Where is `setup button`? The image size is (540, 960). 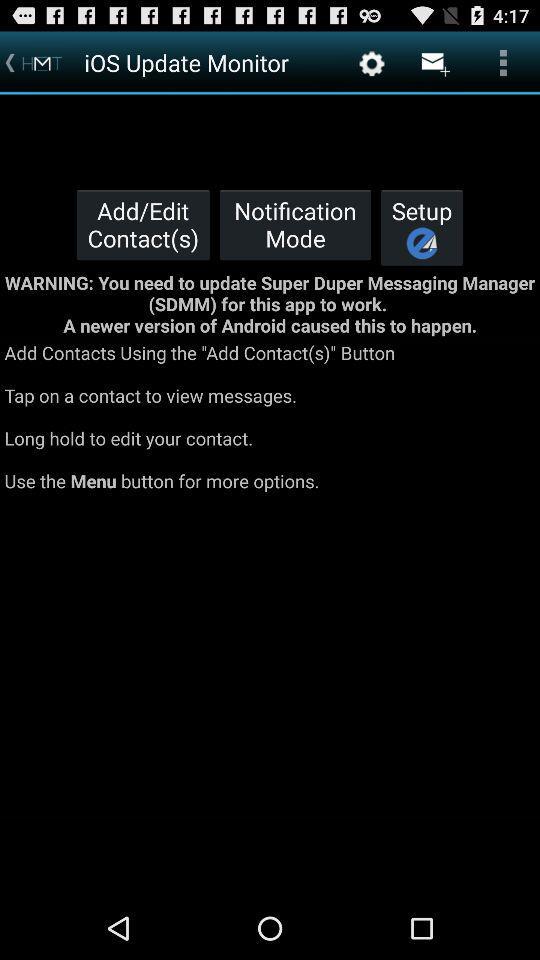 setup button is located at coordinates (421, 227).